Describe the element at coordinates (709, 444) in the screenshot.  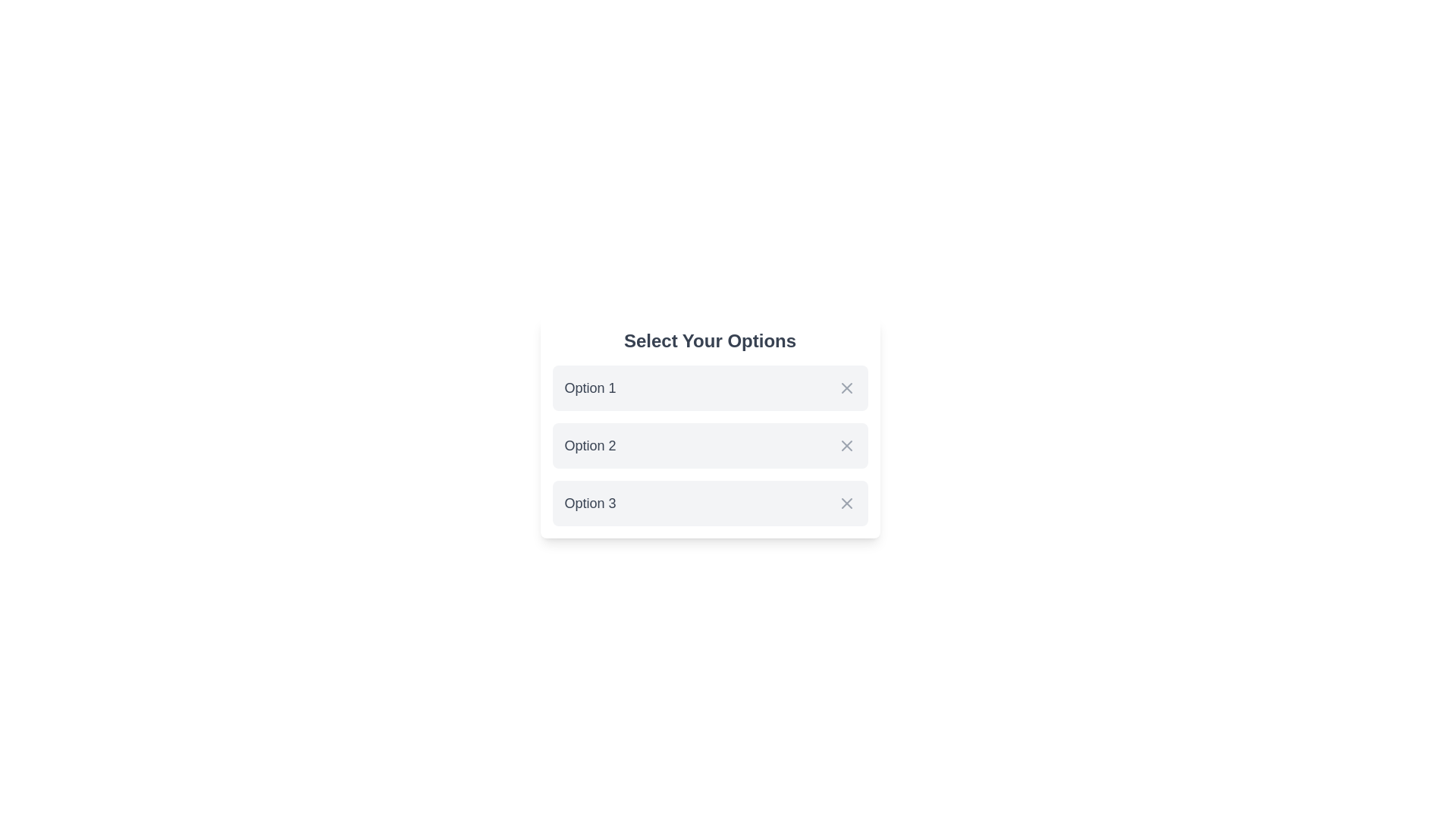
I see `the second item in the list, which contains an action icon` at that location.